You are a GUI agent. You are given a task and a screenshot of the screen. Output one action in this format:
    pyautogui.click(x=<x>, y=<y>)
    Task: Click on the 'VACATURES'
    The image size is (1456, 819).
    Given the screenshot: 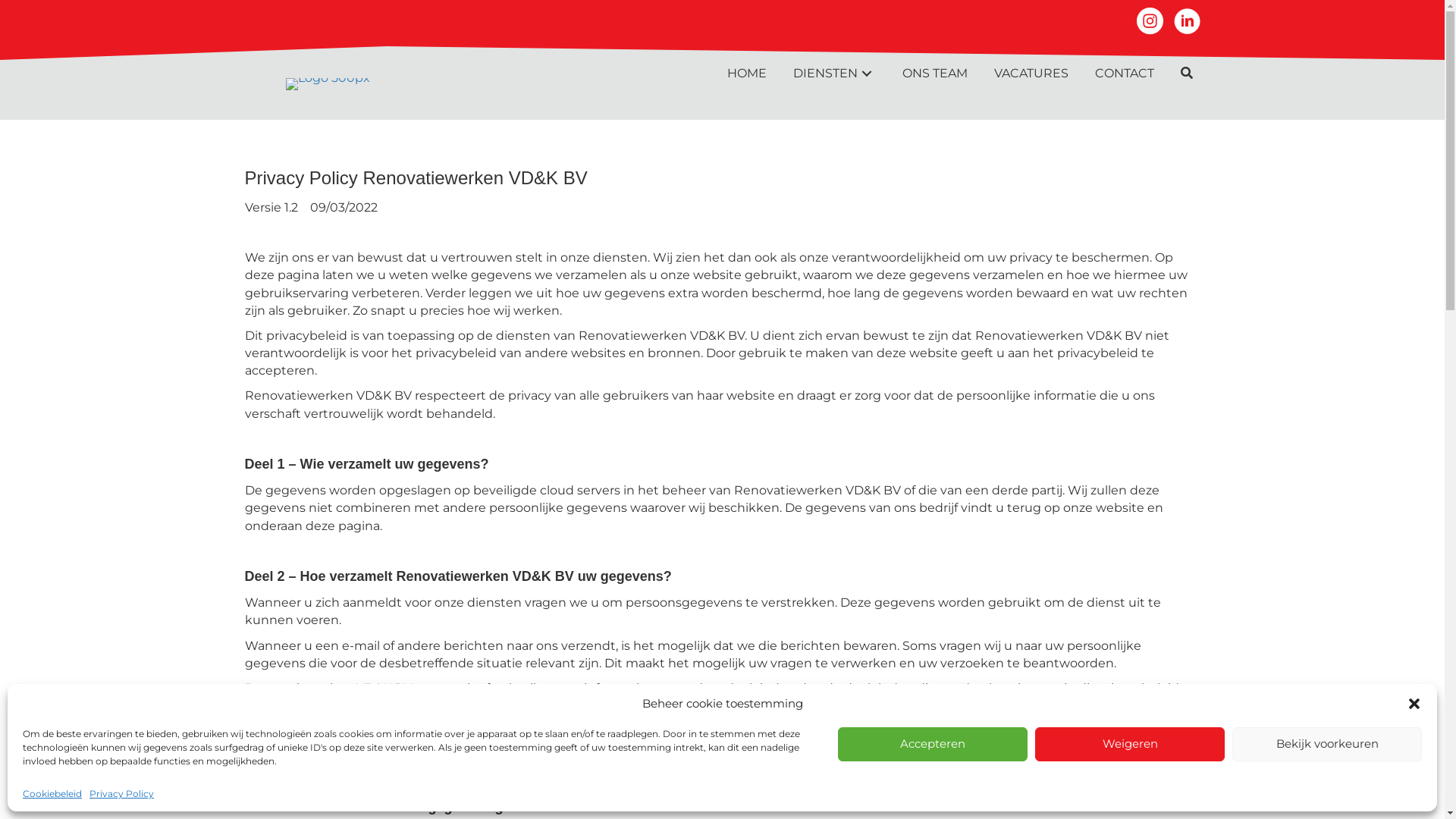 What is the action you would take?
    pyautogui.click(x=1030, y=73)
    